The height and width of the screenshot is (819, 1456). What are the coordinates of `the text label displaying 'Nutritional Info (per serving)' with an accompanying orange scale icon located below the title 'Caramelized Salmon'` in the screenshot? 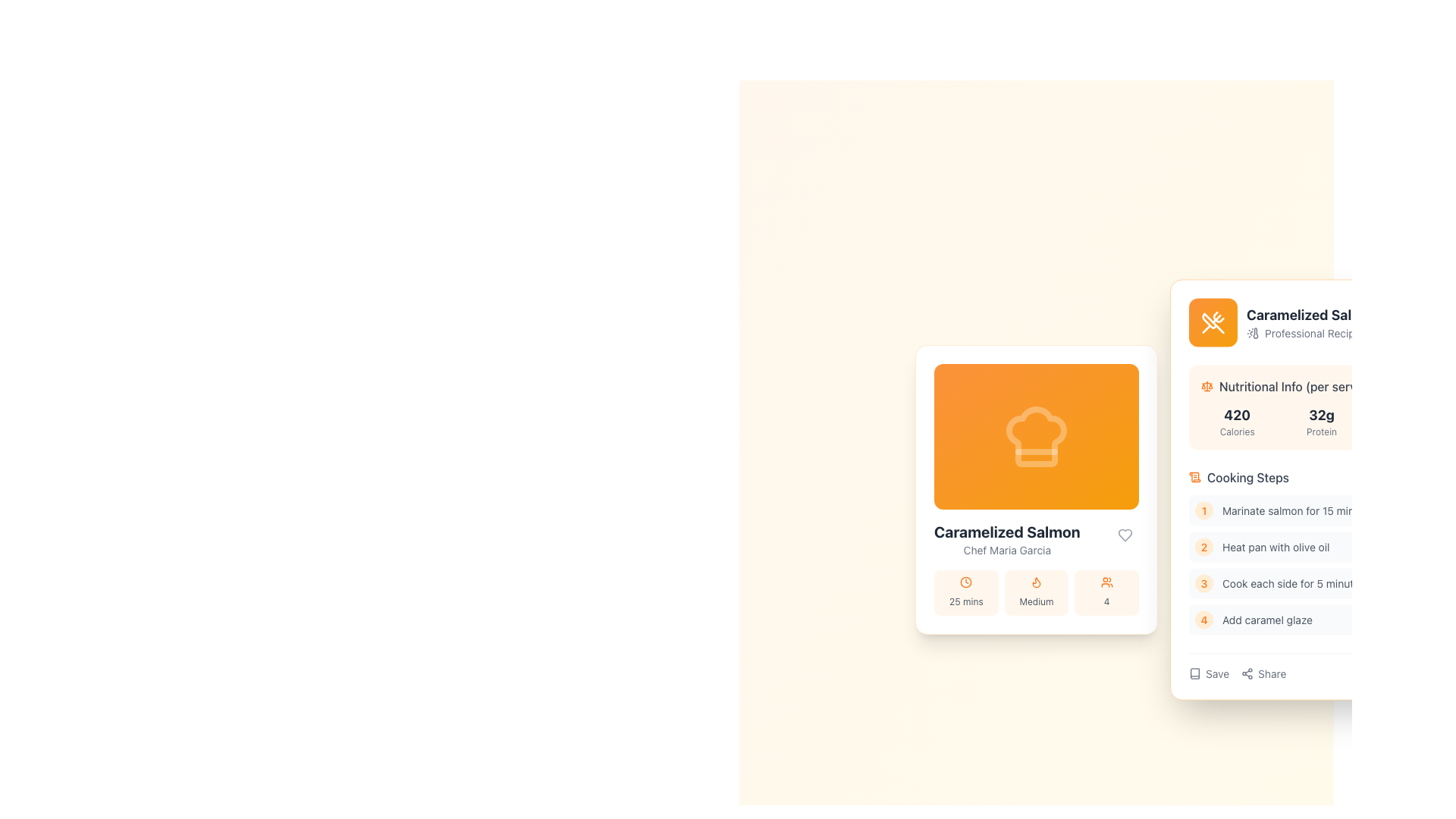 It's located at (1320, 385).